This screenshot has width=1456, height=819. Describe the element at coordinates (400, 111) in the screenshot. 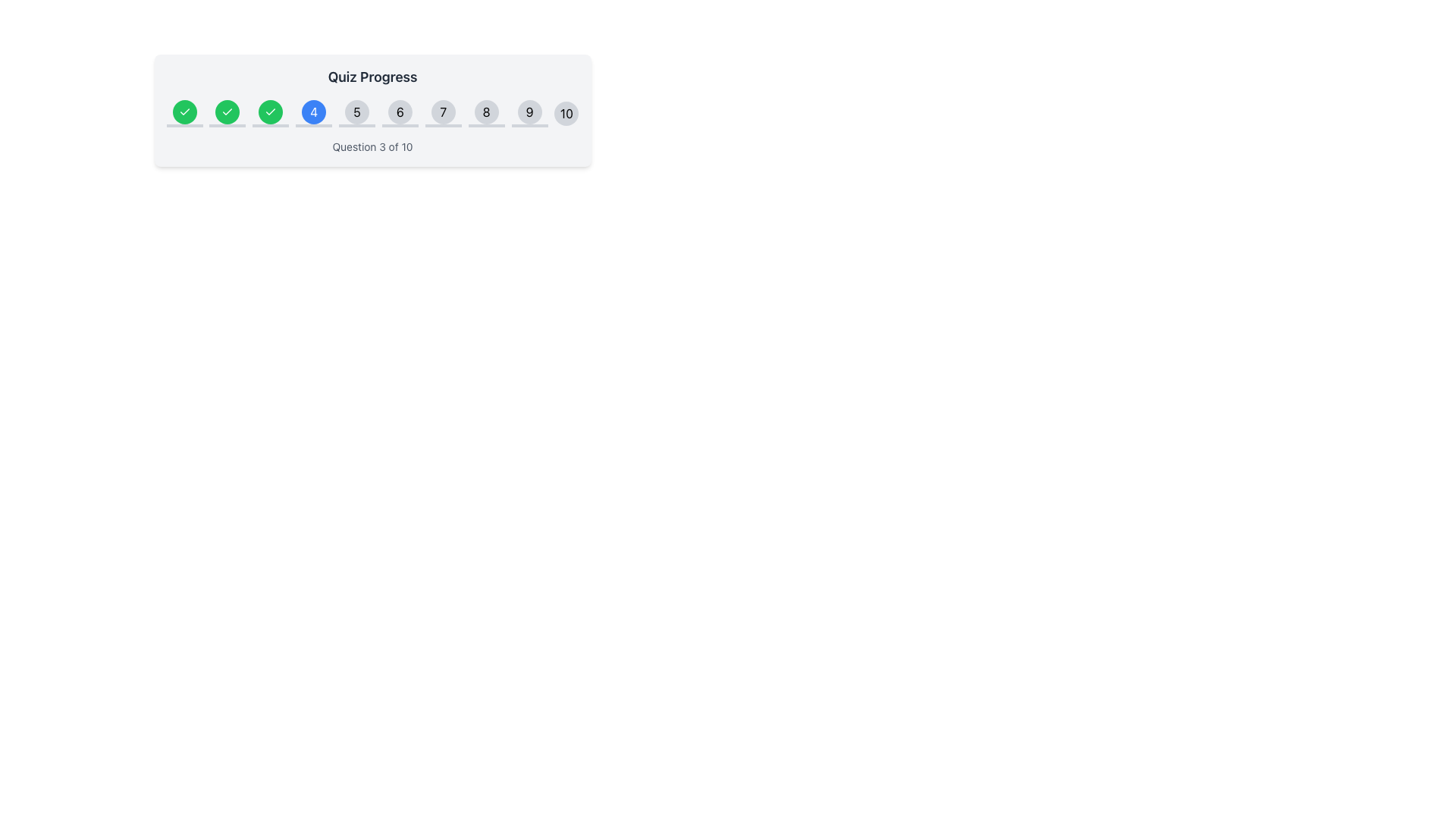

I see `the sixth button in the step-based progress tracker` at that location.